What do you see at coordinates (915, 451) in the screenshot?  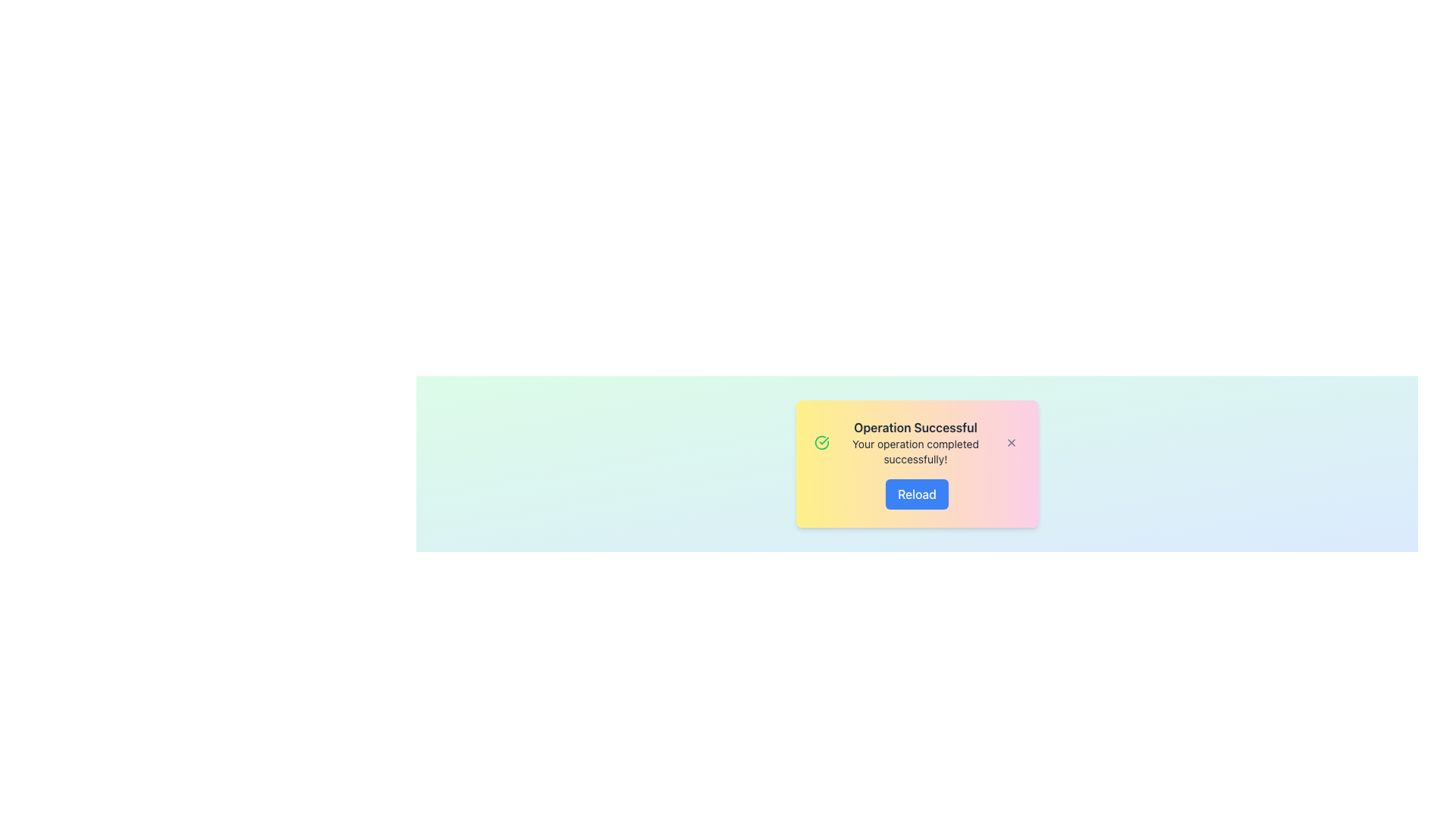 I see `the text label displaying 'Your operation completed successfully!' which is located directly below the heading 'Operation Successful' in the notification modal` at bounding box center [915, 451].